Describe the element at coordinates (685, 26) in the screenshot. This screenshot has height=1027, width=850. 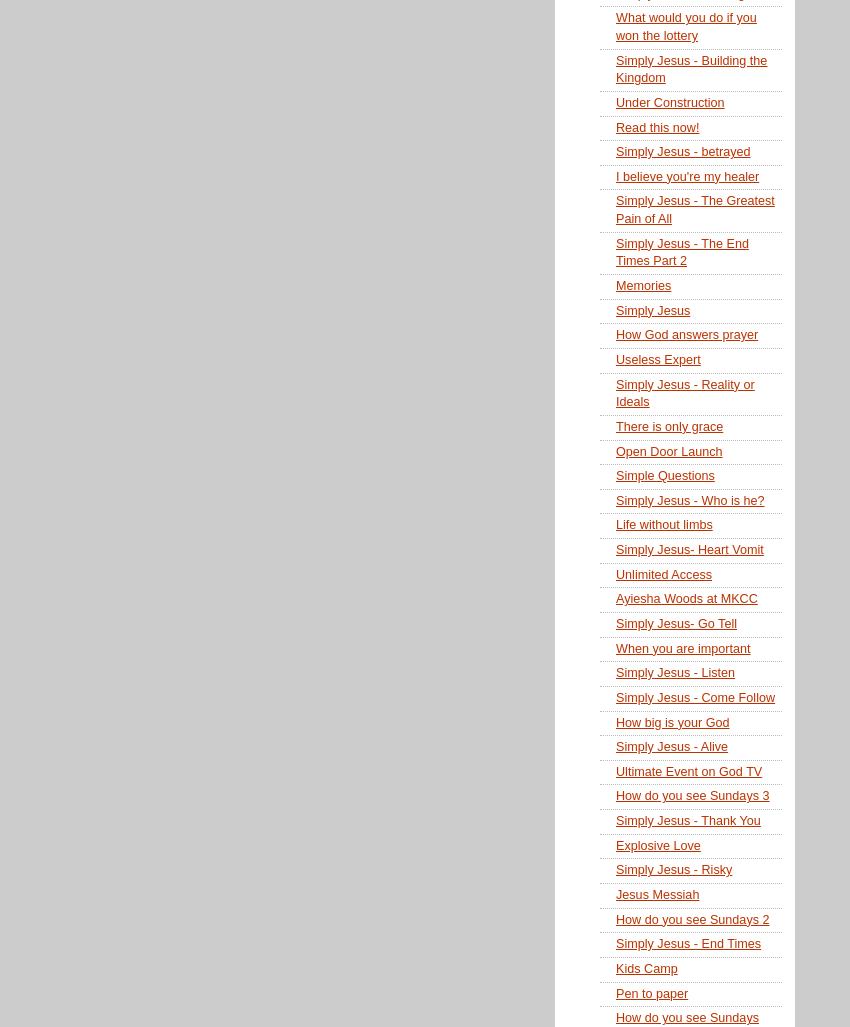
I see `'What would you do if you won the lottery'` at that location.